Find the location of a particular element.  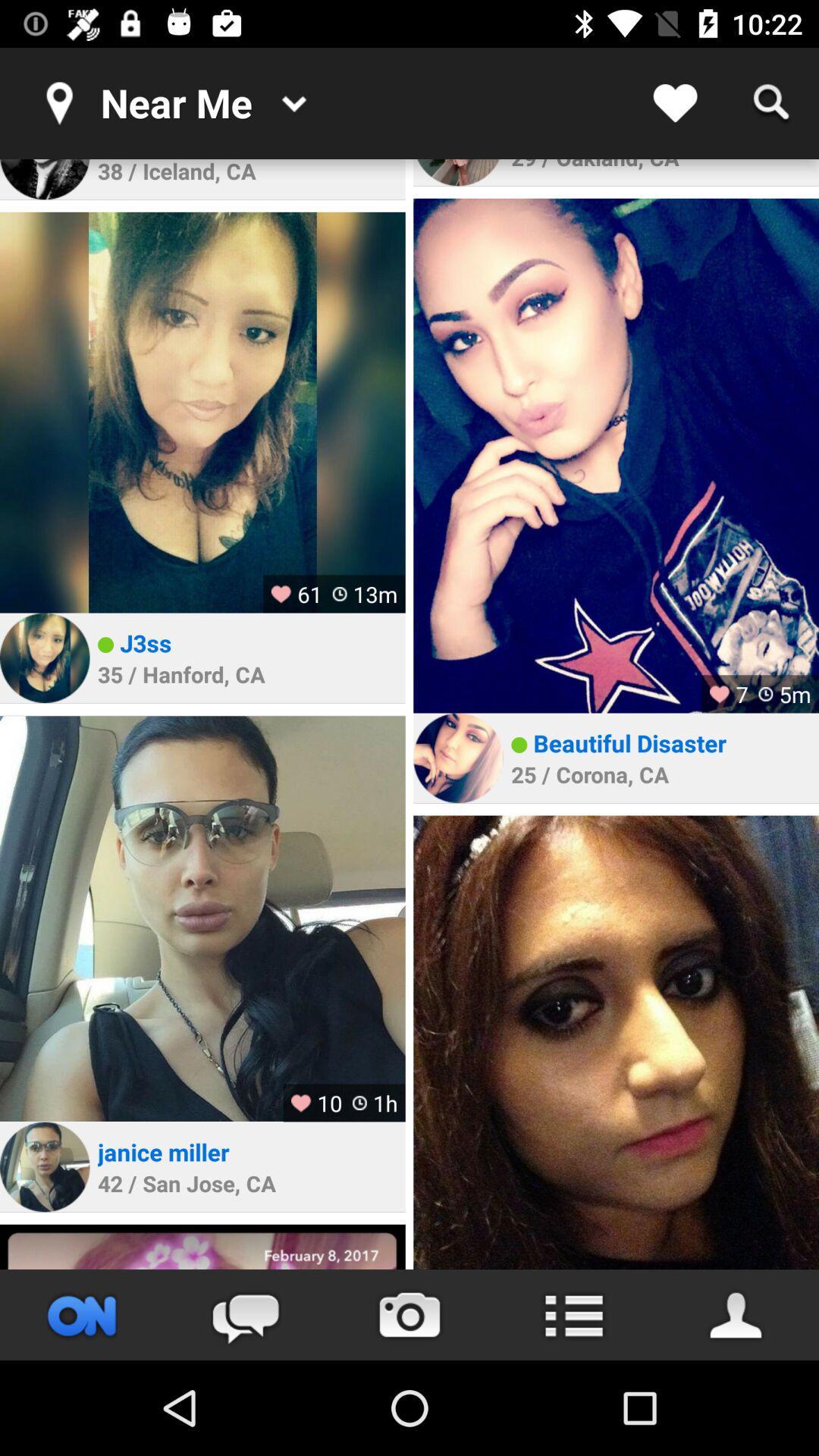

the green circle which is left to the text beautiful disaster is located at coordinates (518, 745).